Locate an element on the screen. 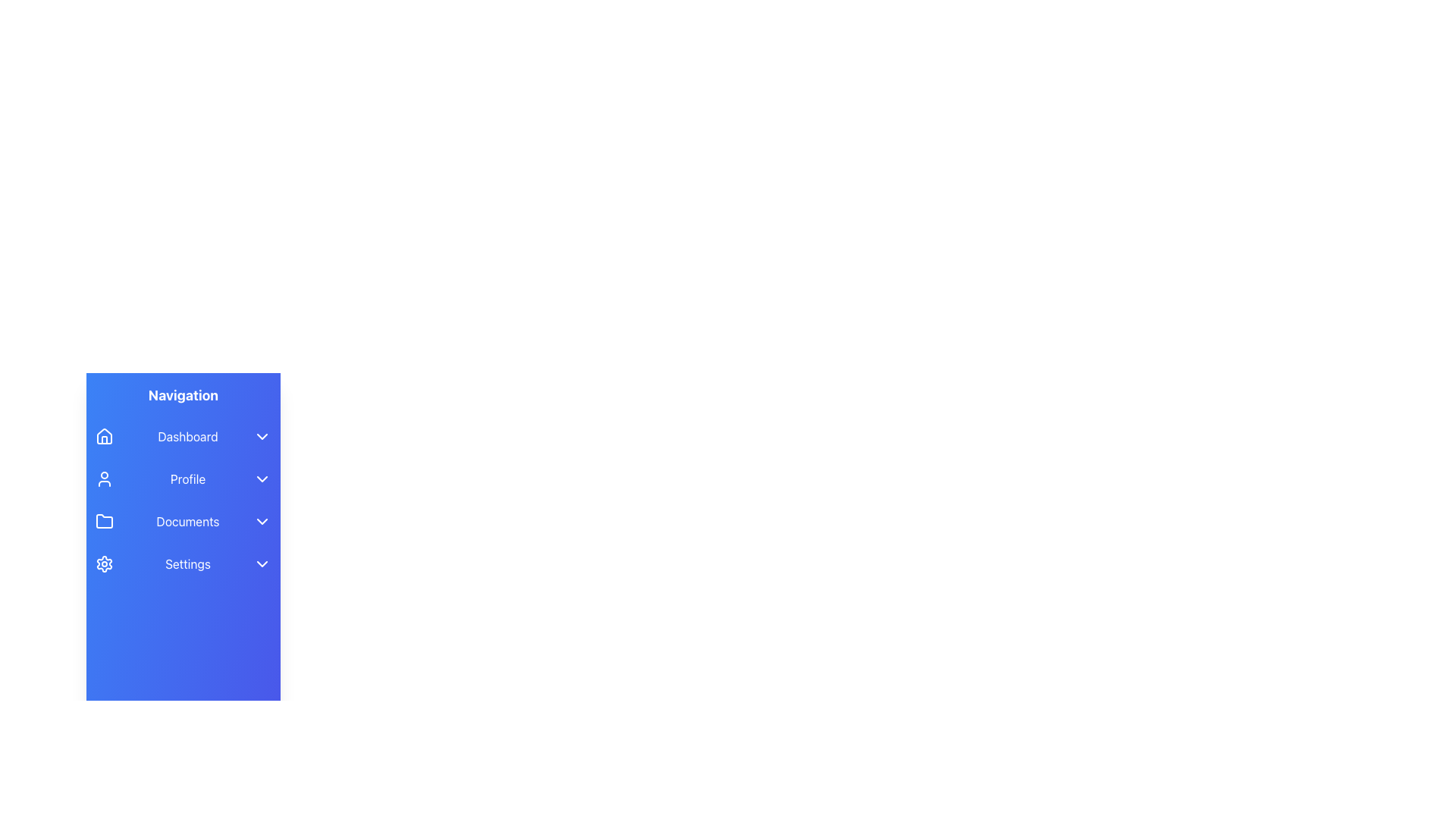 This screenshot has width=1456, height=819. the downward-facing chevron icon located at the far right of the 'Profile' row in the navigation menu is located at coordinates (262, 479).